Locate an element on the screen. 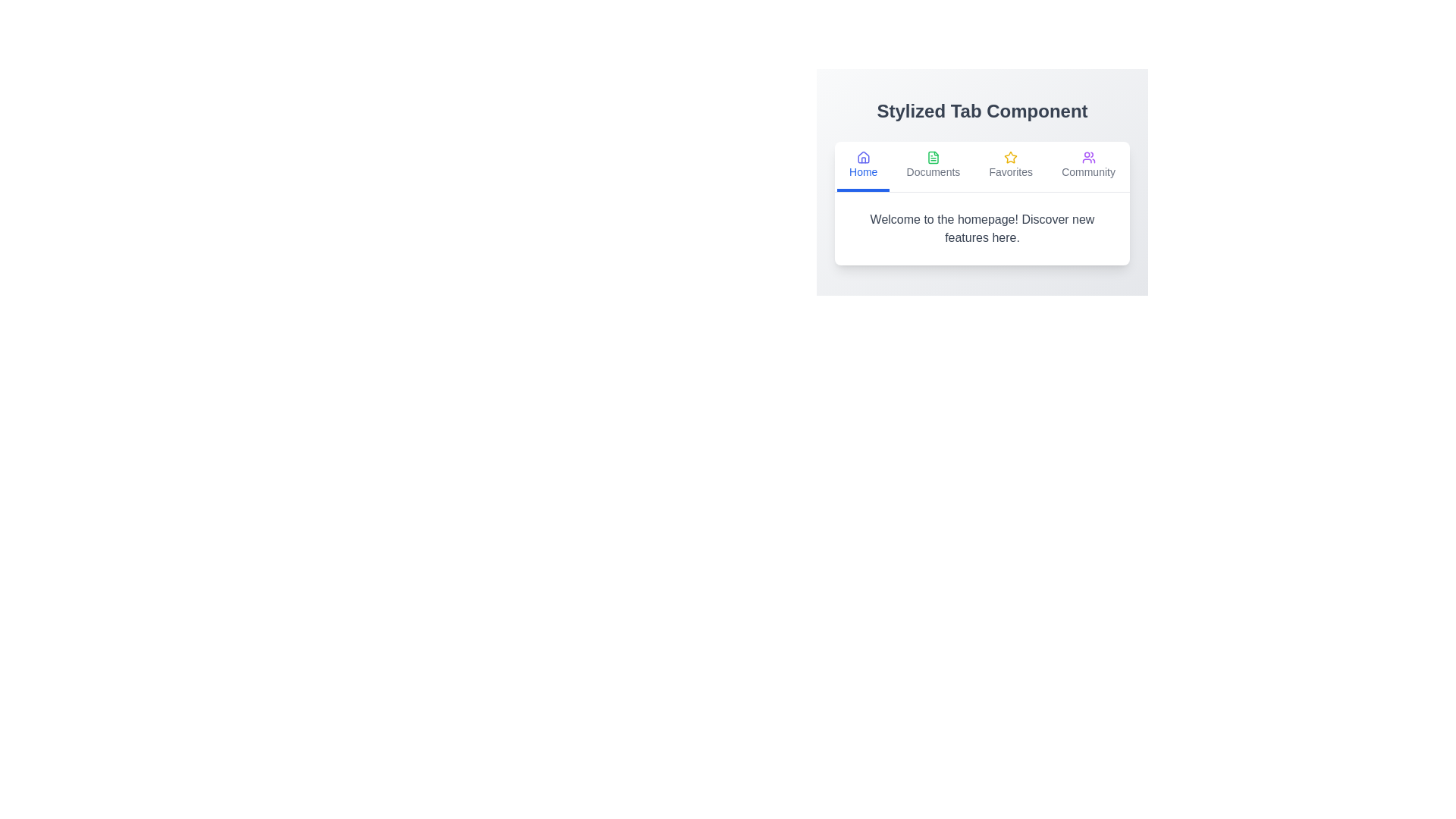  the house-shaped icon outlined in indigo-blue strokes located in the 'Home' tab adjacent to the text 'Home' is located at coordinates (863, 157).